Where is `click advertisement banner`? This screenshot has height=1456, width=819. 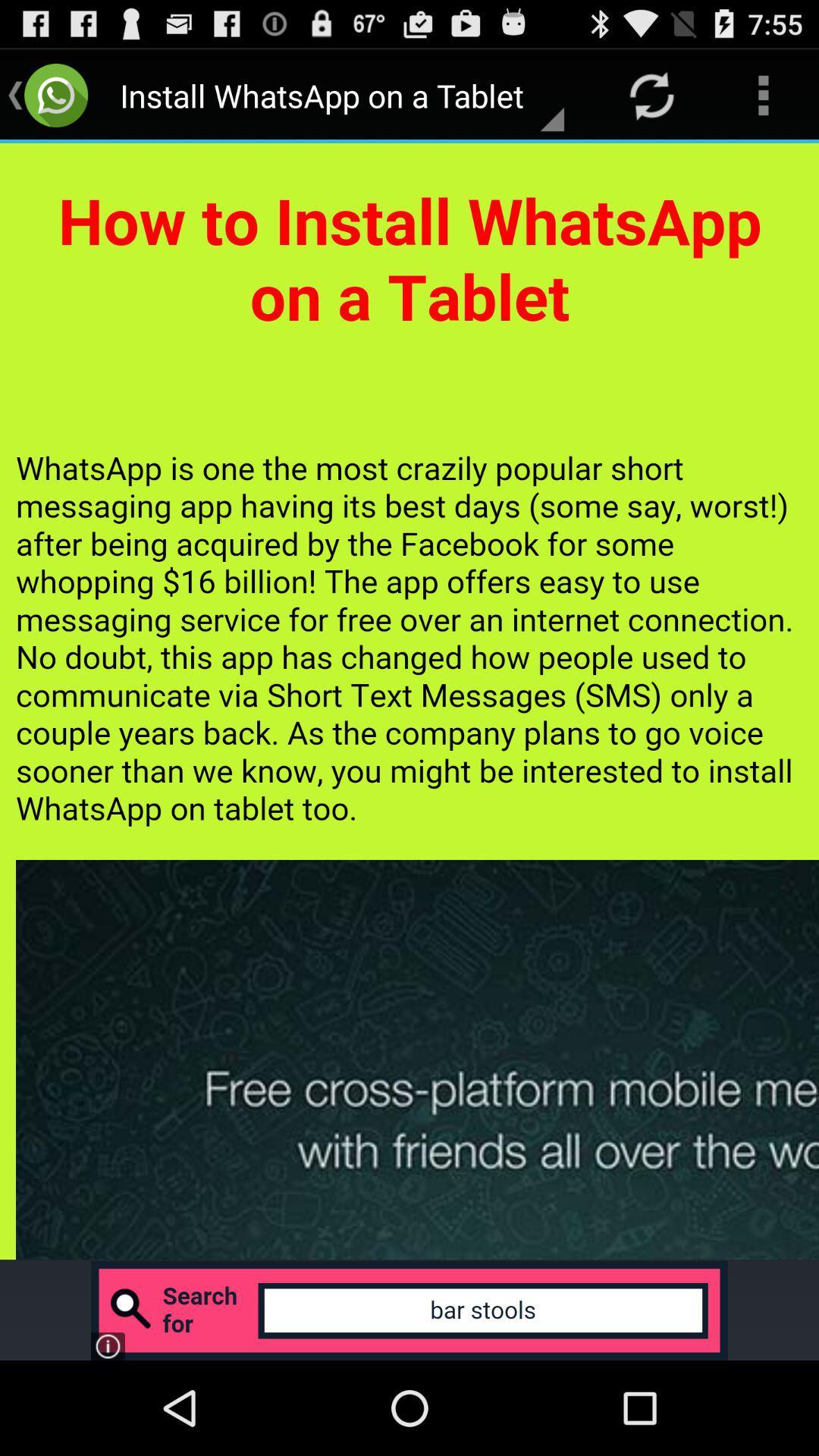 click advertisement banner is located at coordinates (409, 1310).